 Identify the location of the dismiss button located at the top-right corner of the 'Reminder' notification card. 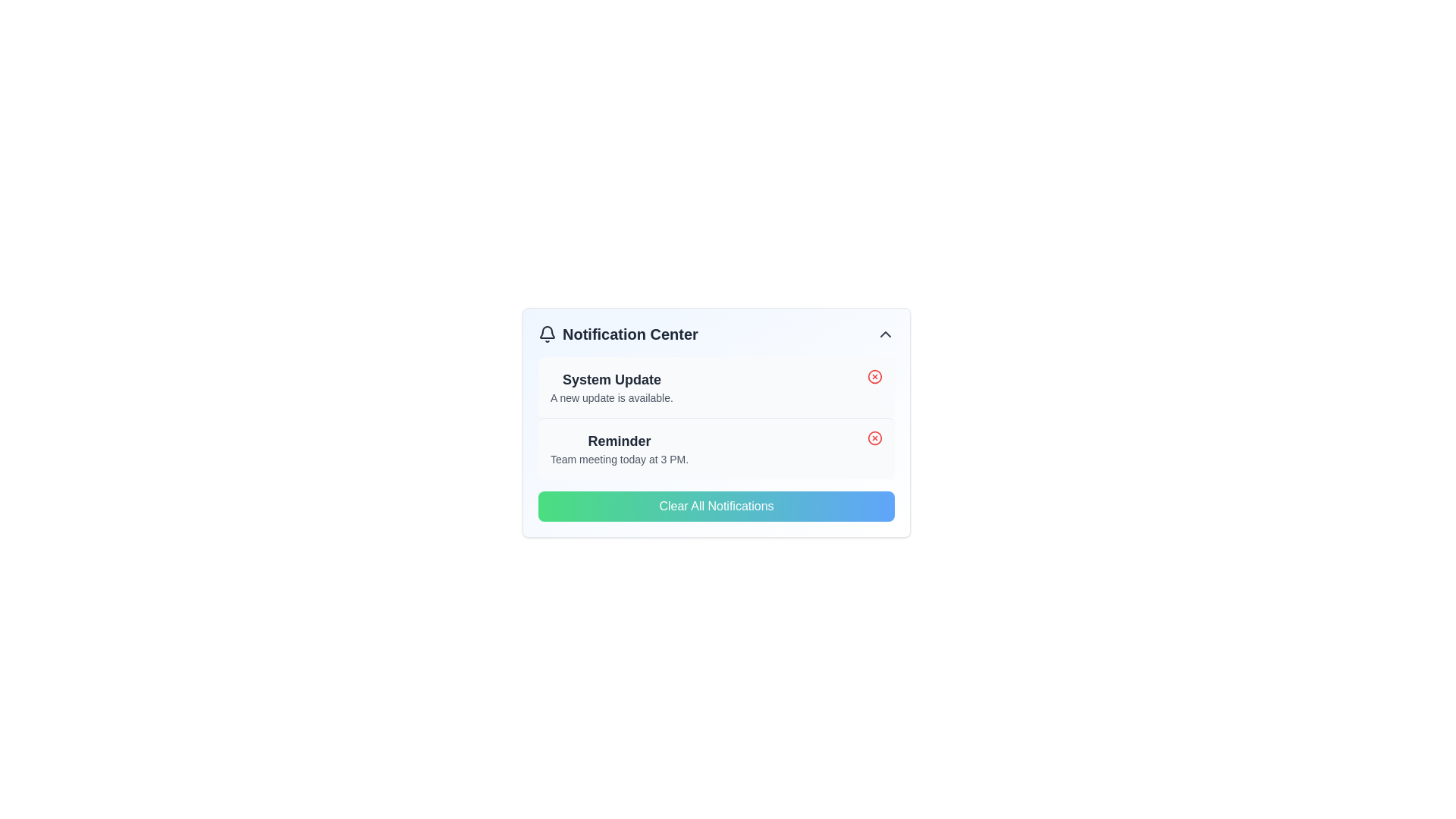
(874, 438).